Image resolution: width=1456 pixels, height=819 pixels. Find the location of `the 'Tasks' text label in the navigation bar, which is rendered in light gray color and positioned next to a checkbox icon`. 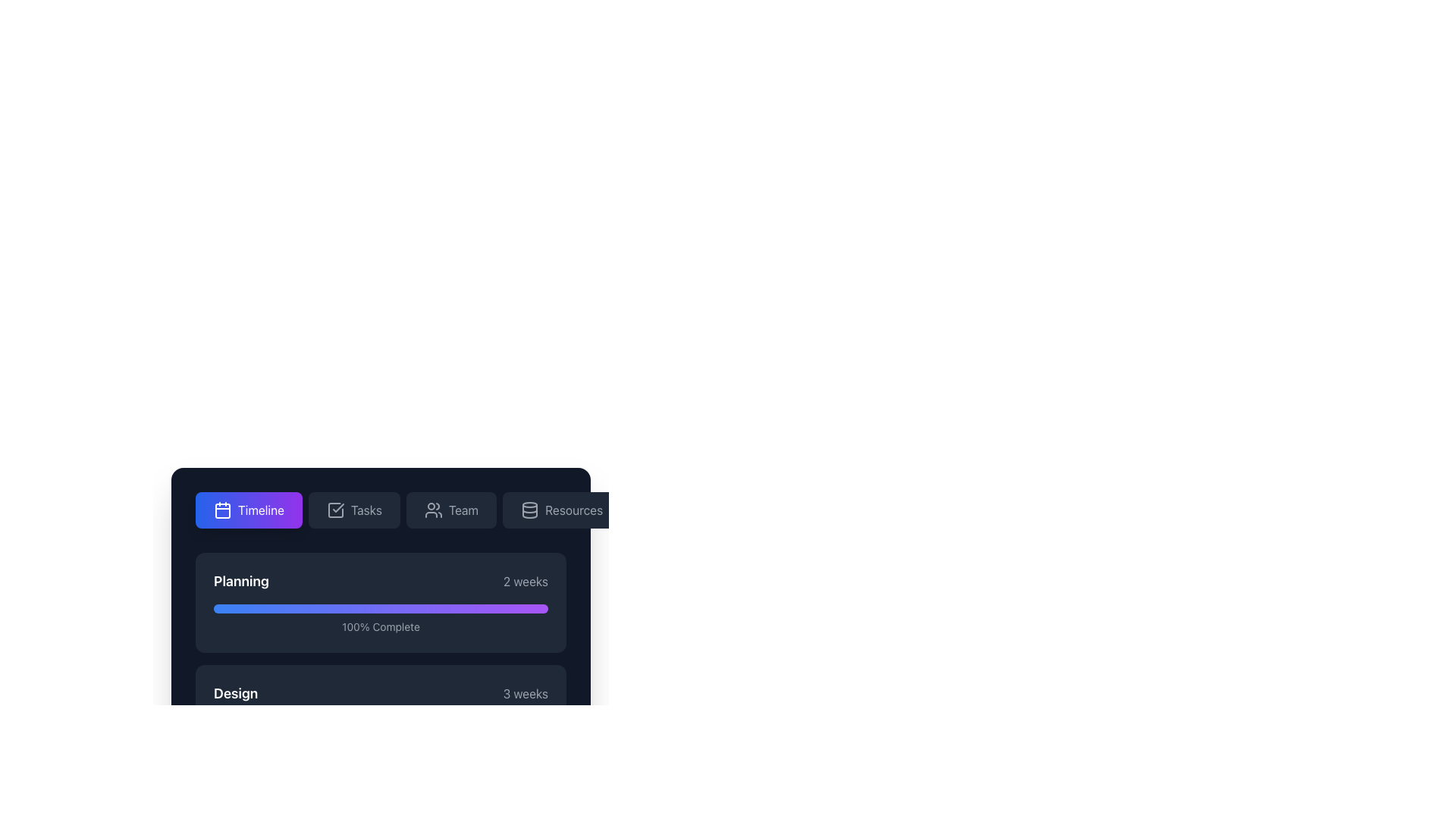

the 'Tasks' text label in the navigation bar, which is rendered in light gray color and positioned next to a checkbox icon is located at coordinates (366, 510).